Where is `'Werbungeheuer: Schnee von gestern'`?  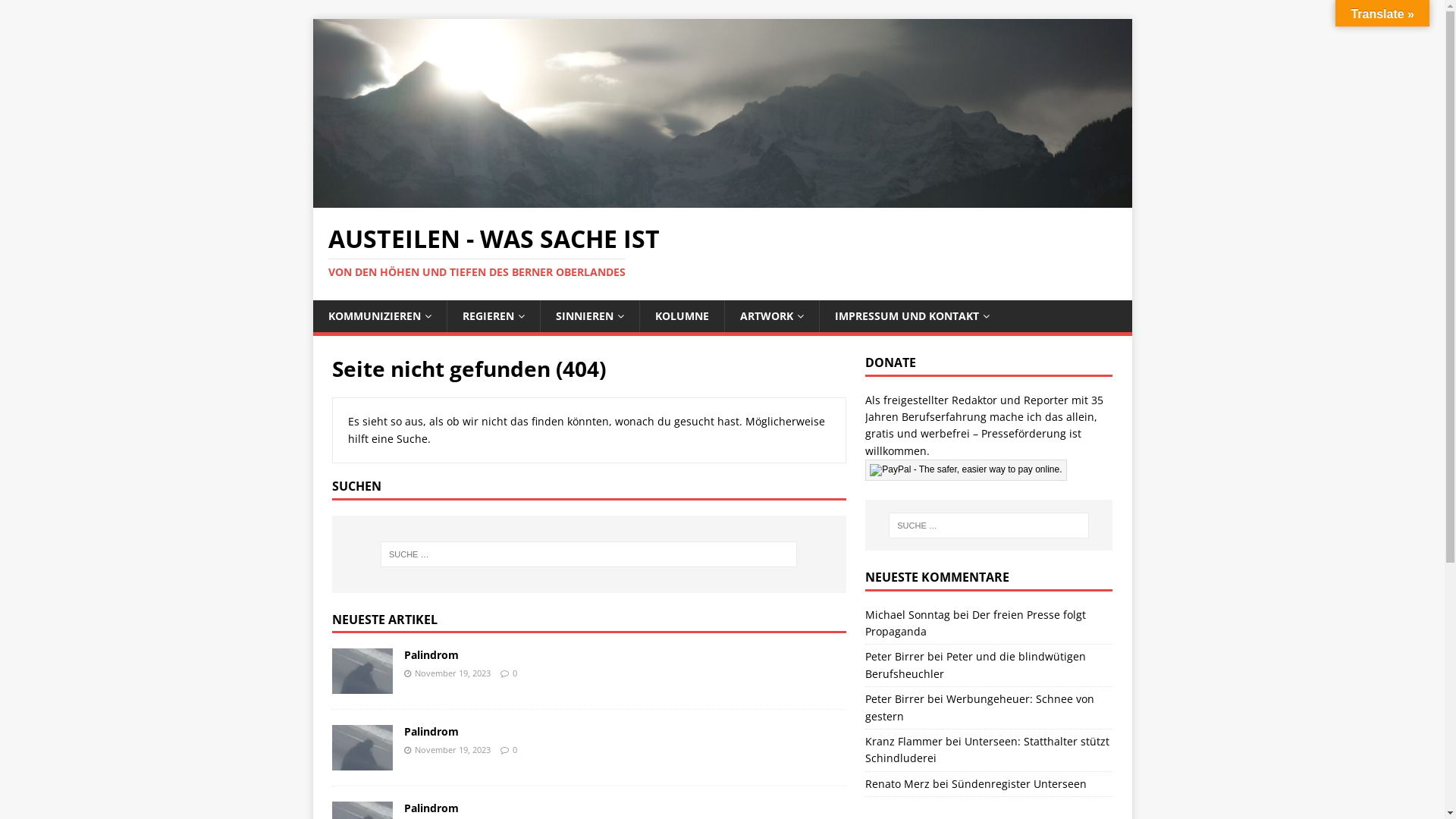
'Werbungeheuer: Schnee von gestern' is located at coordinates (979, 707).